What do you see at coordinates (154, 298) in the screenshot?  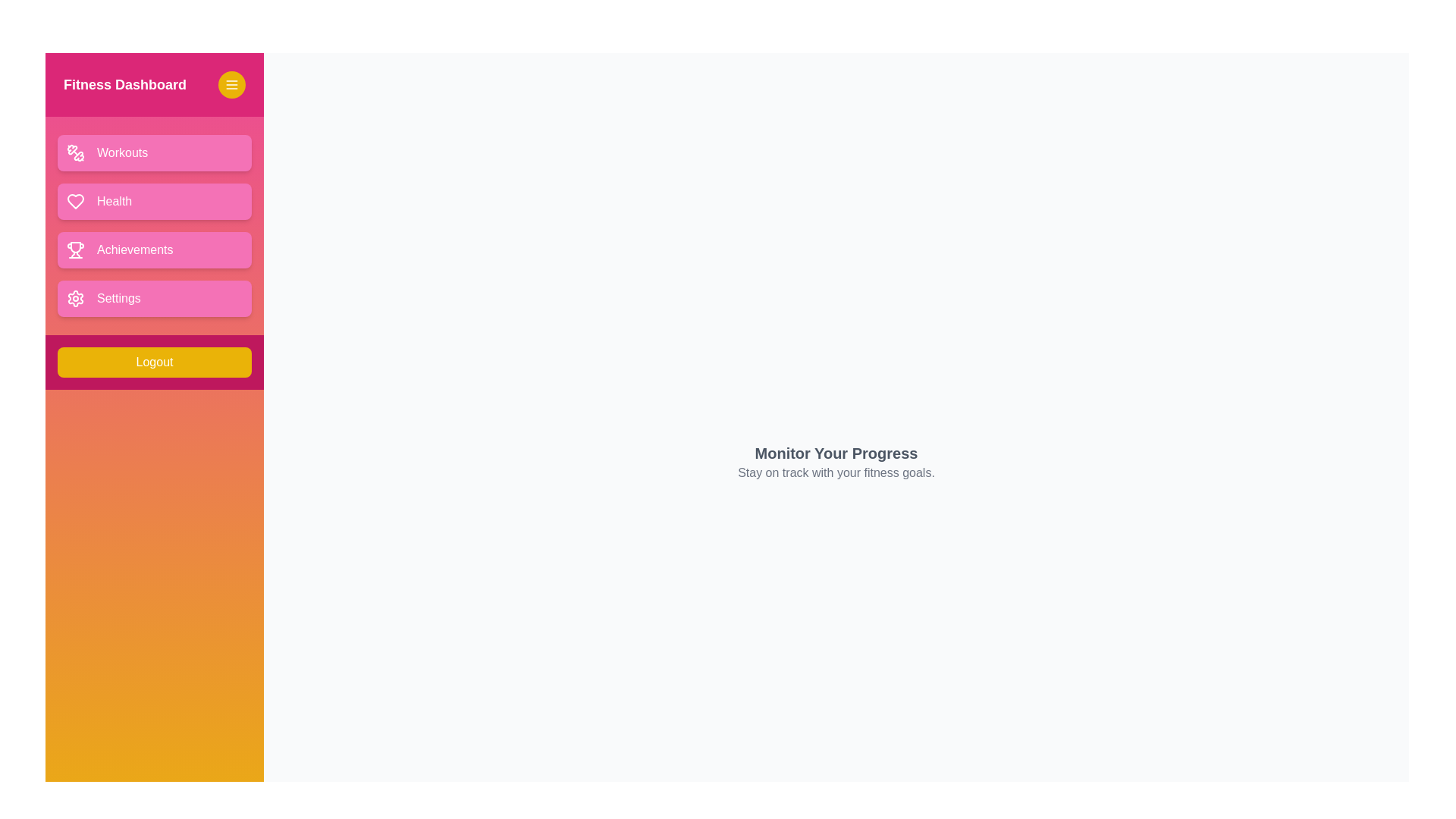 I see `the 'Settings' button` at bounding box center [154, 298].